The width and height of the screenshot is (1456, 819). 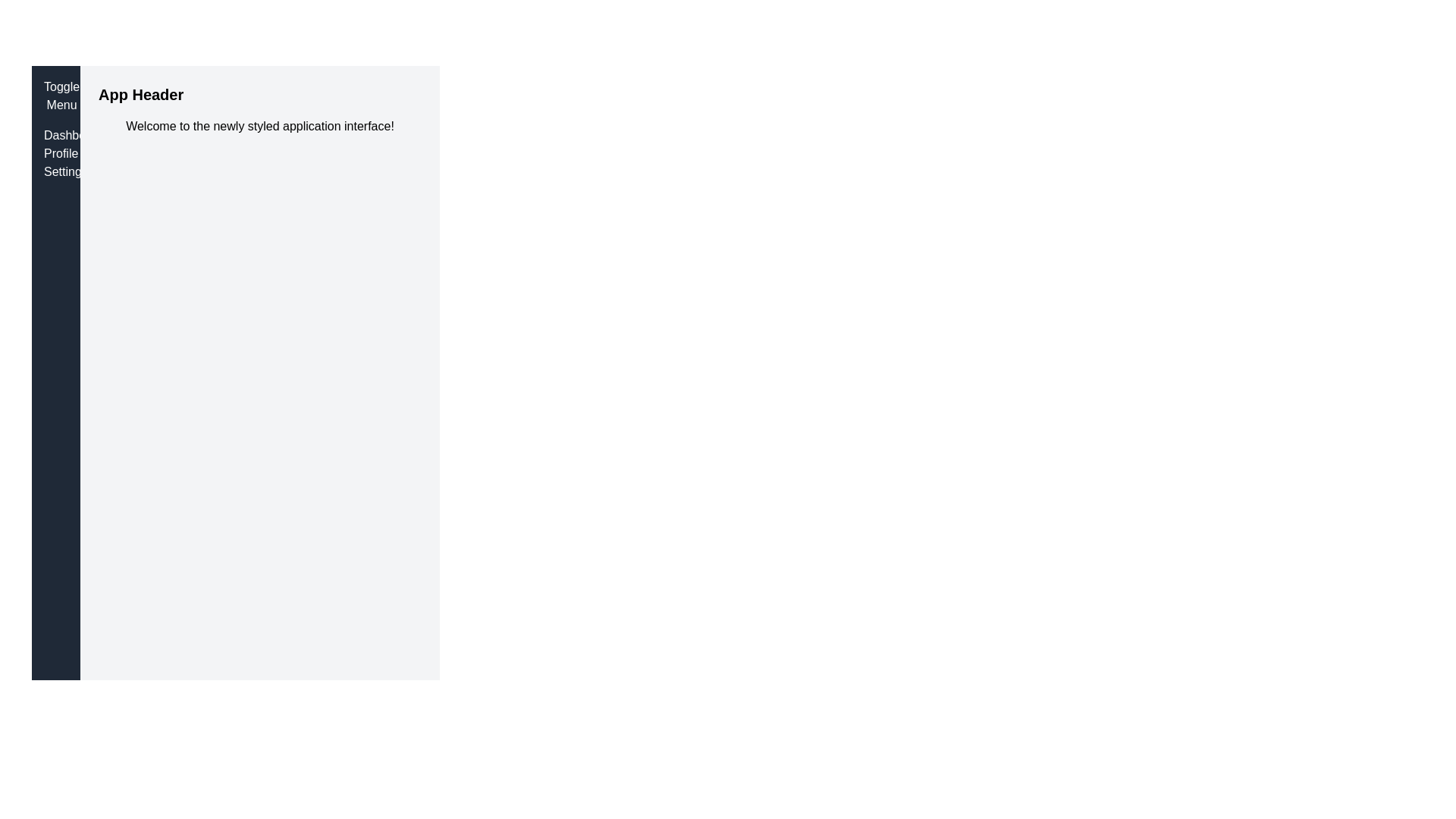 What do you see at coordinates (55, 171) in the screenshot?
I see `text of the third navigation label in the vertical menu, which is related to settings functionality` at bounding box center [55, 171].